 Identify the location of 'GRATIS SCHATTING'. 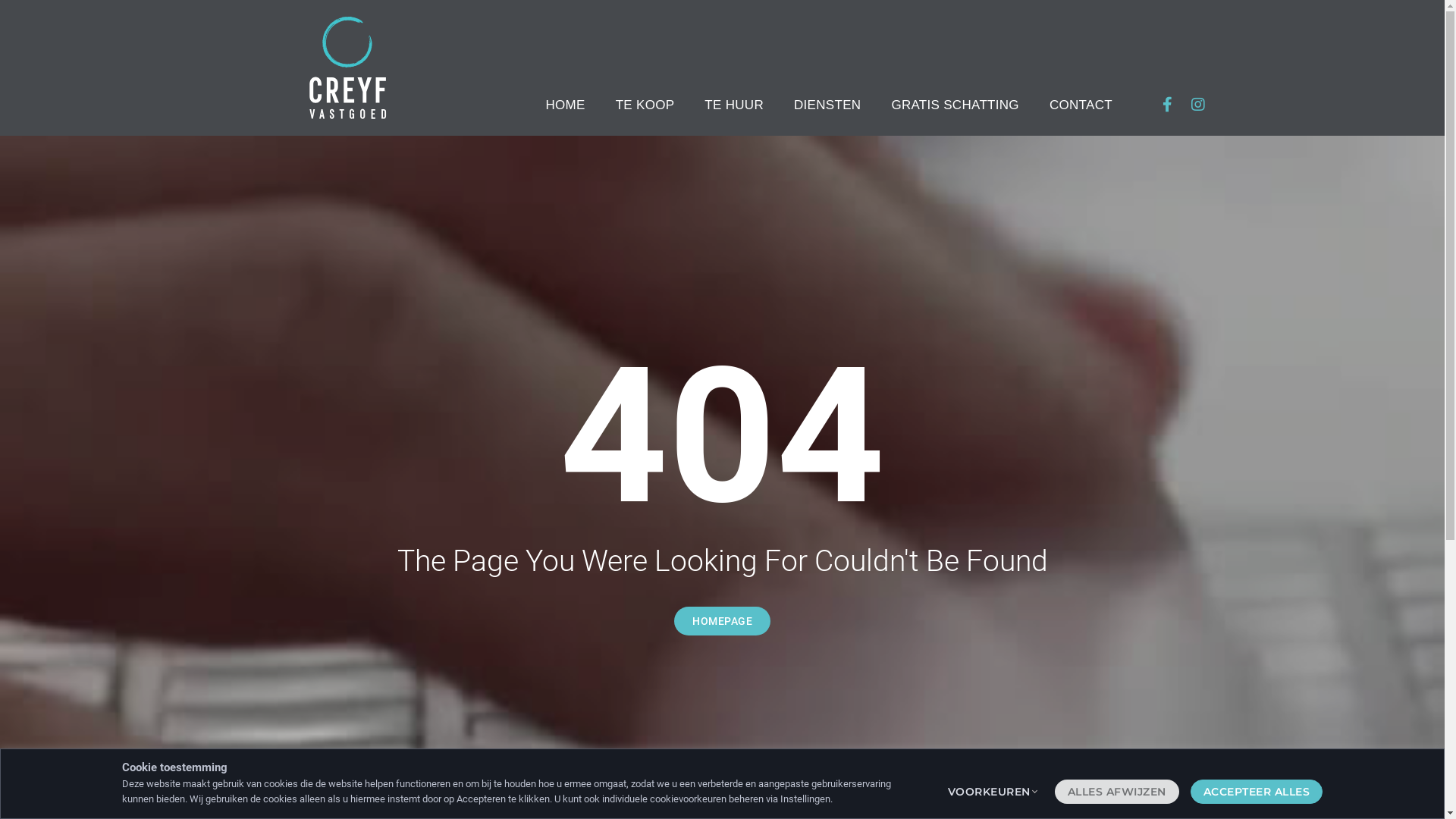
(954, 104).